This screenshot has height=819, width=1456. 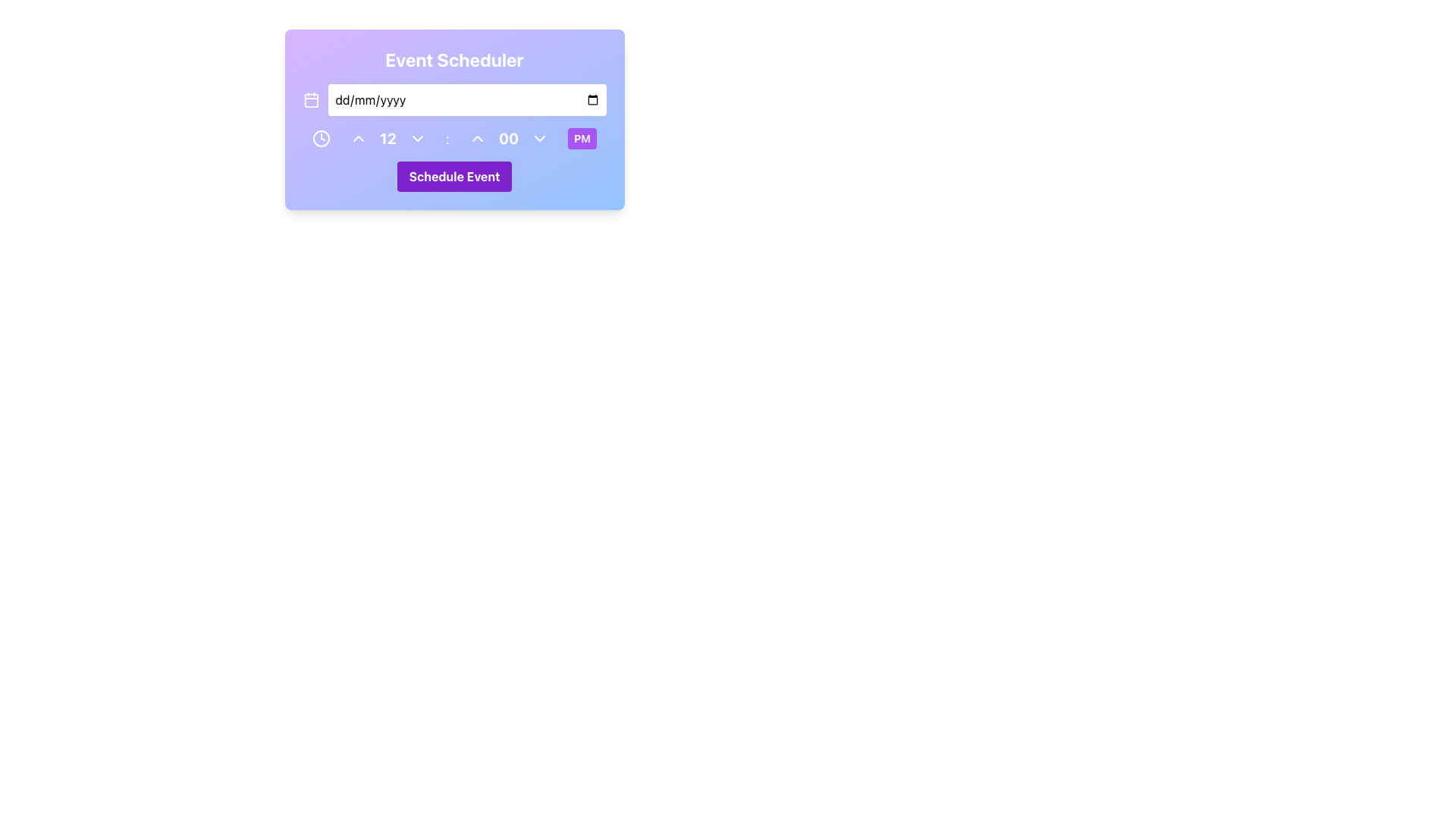 I want to click on the Text Display element that shows '12', which is bold white text located between upward and downward arrows in the time selector of the event scheduler interface, so click(x=388, y=138).